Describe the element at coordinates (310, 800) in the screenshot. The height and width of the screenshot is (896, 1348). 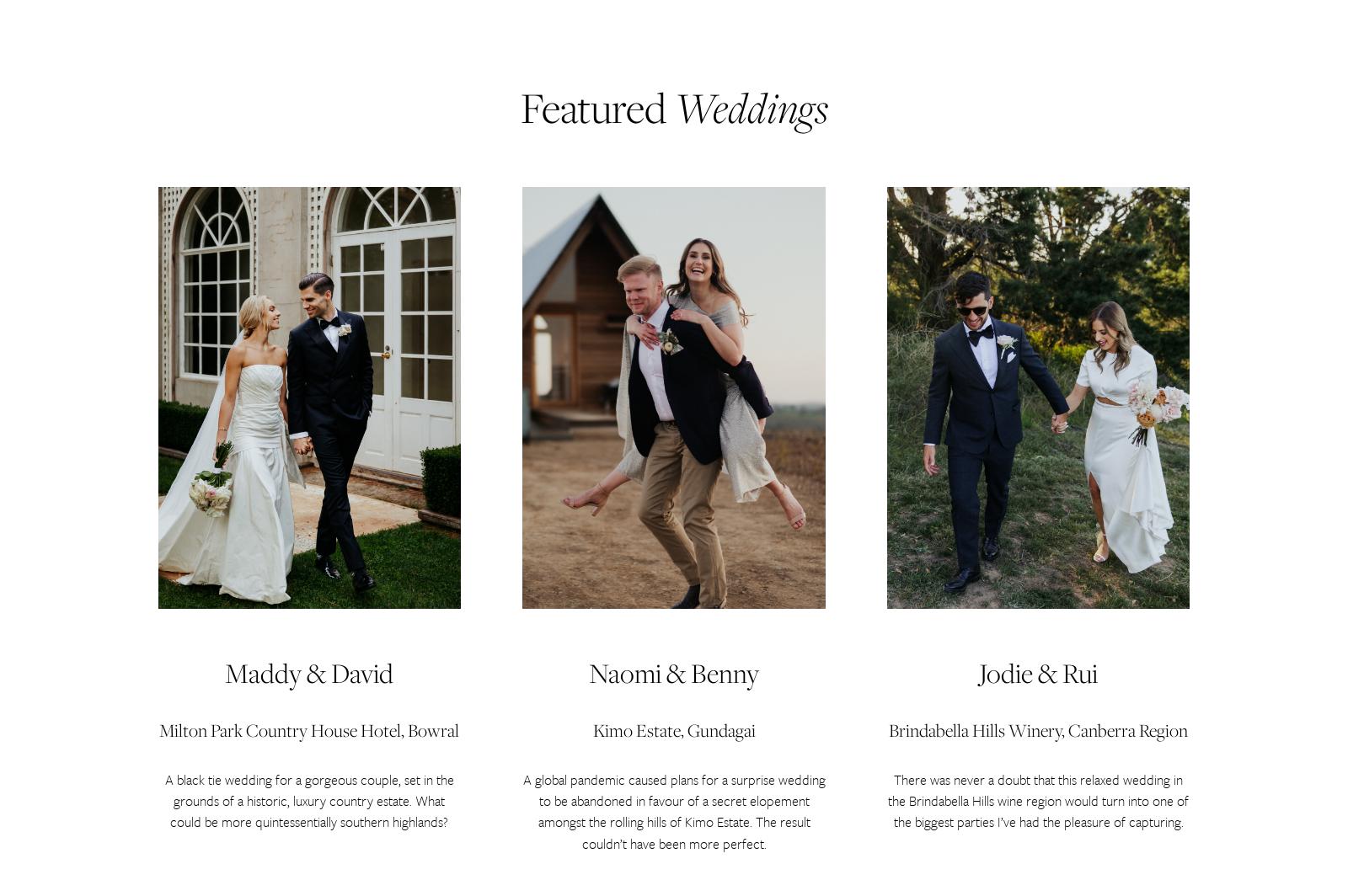
I see `'A black tie wedding for a gorgeous couple, set in the grounds of a historic, luxury country estate. What could be more quintessentially southern highlands?'` at that location.